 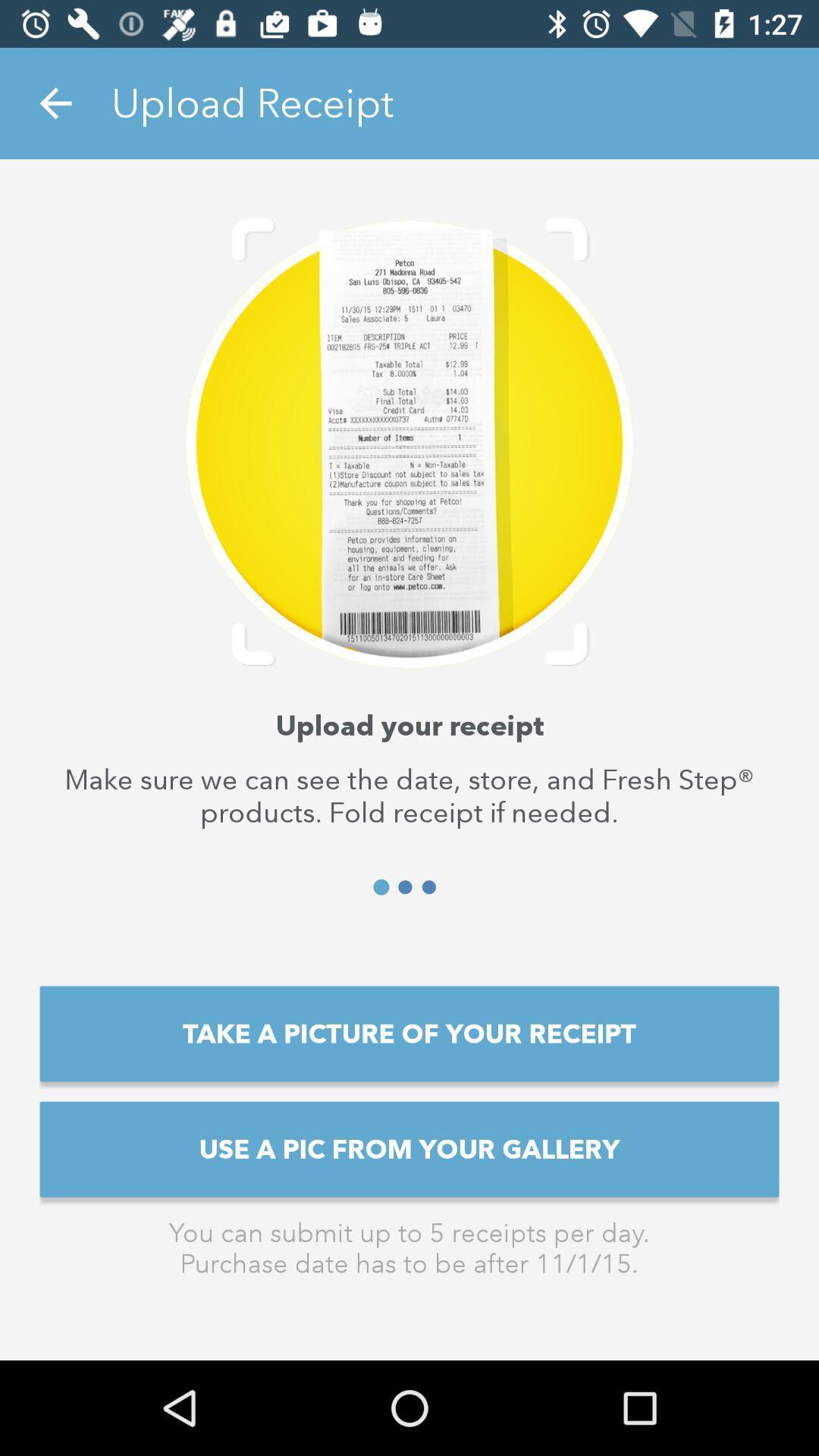 What do you see at coordinates (55, 102) in the screenshot?
I see `the icon next to upload receipt` at bounding box center [55, 102].